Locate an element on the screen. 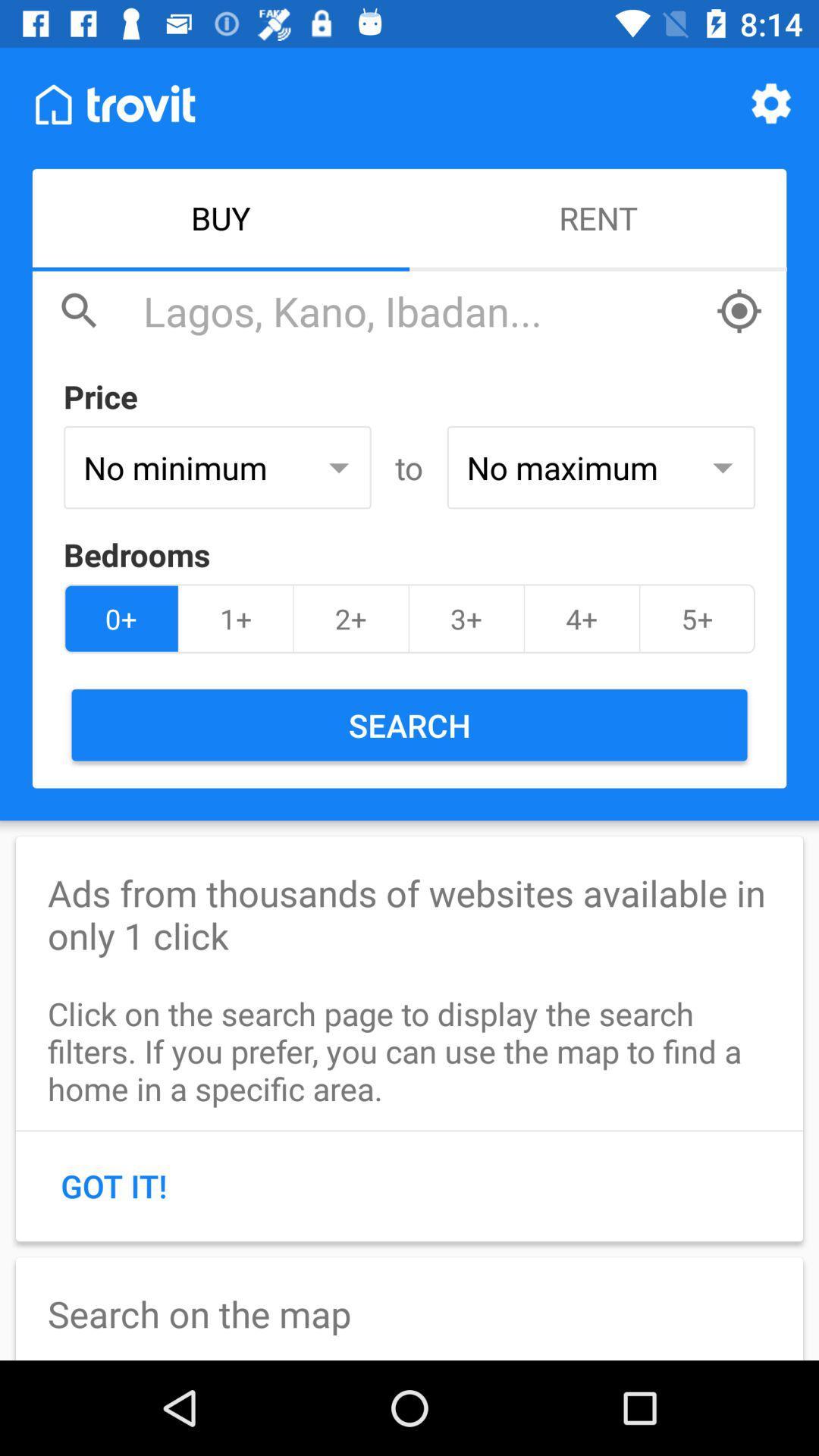 This screenshot has height=1456, width=819. item above the search icon is located at coordinates (581, 619).